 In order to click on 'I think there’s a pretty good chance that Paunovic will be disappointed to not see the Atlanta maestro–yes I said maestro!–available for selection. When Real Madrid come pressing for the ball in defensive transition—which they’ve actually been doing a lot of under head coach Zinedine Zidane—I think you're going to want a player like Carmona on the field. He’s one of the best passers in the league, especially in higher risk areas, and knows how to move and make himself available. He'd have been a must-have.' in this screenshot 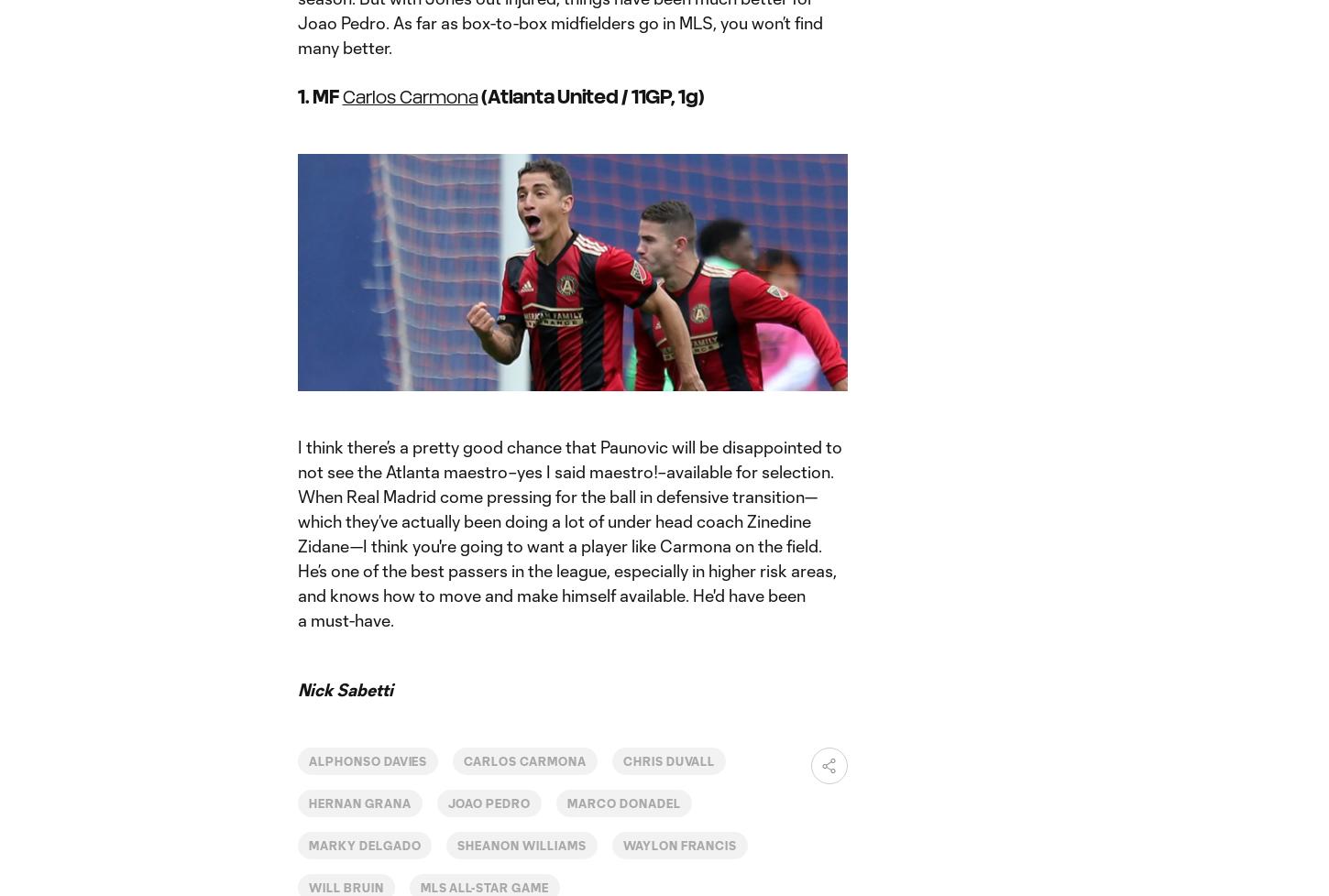, I will do `click(569, 532)`.